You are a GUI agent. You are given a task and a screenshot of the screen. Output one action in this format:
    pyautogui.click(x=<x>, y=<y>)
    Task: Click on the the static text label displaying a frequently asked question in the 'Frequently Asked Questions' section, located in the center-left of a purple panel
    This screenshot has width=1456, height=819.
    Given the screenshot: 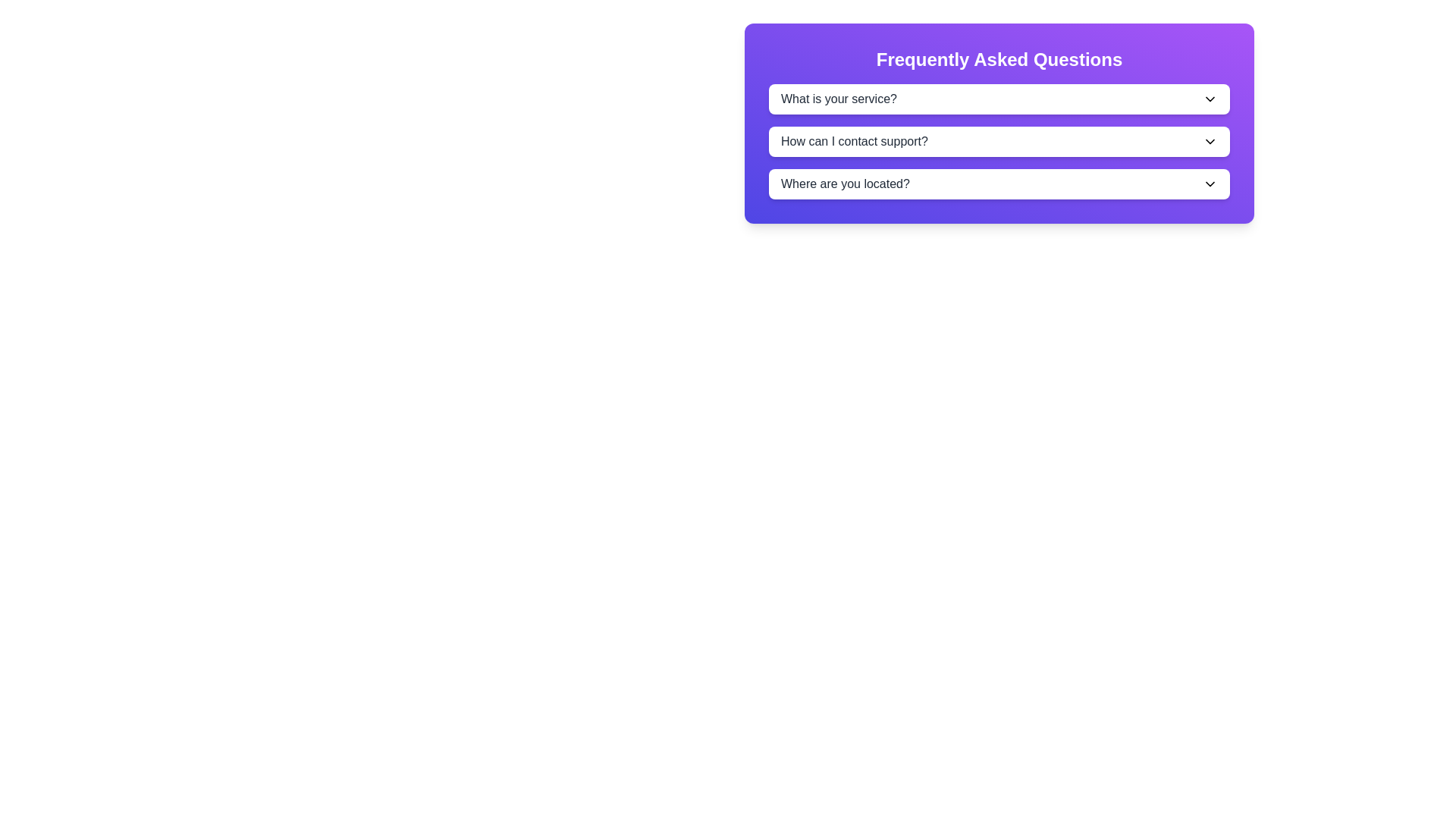 What is the action you would take?
    pyautogui.click(x=855, y=141)
    